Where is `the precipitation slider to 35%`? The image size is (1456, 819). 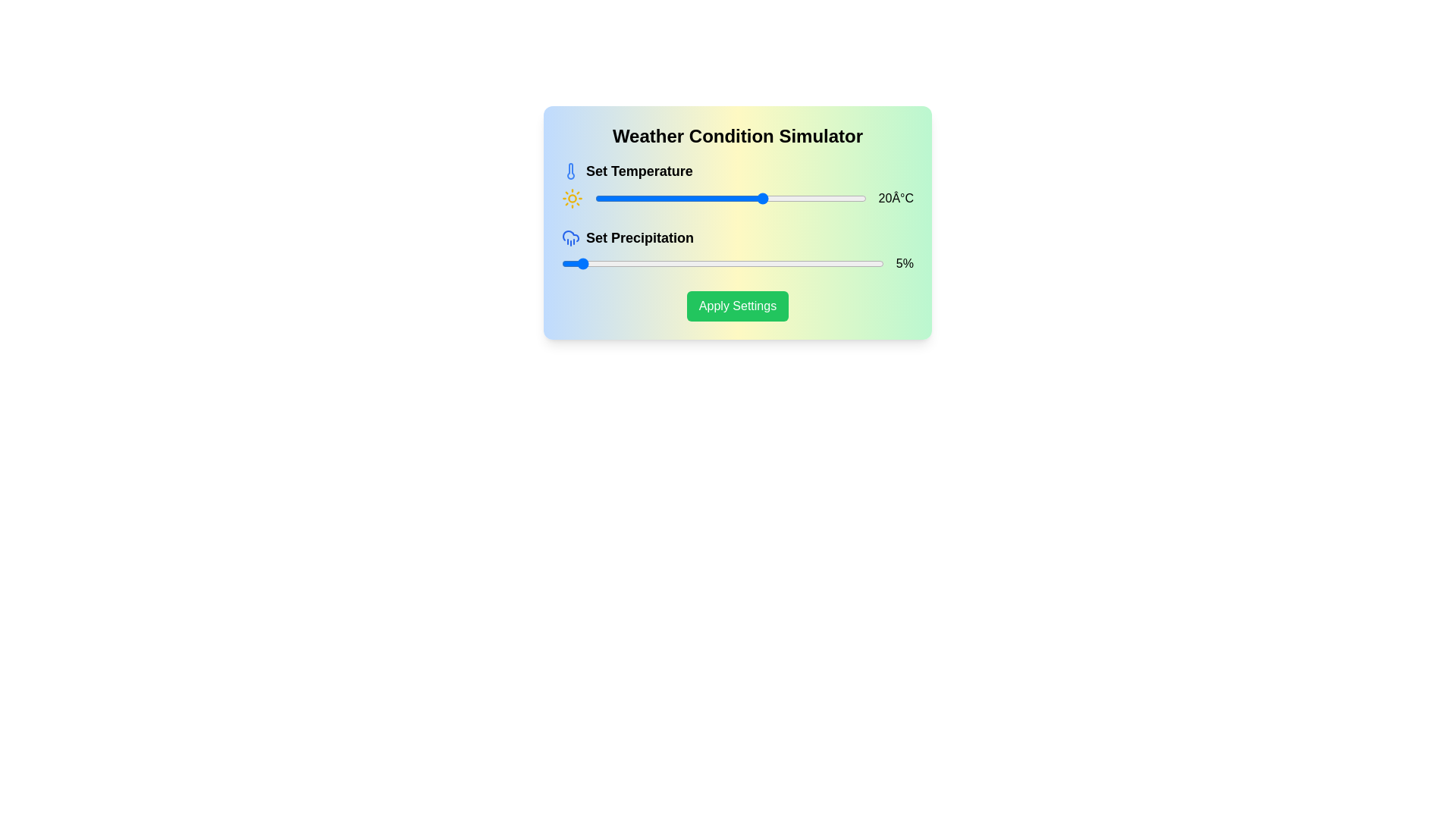 the precipitation slider to 35% is located at coordinates (673, 262).